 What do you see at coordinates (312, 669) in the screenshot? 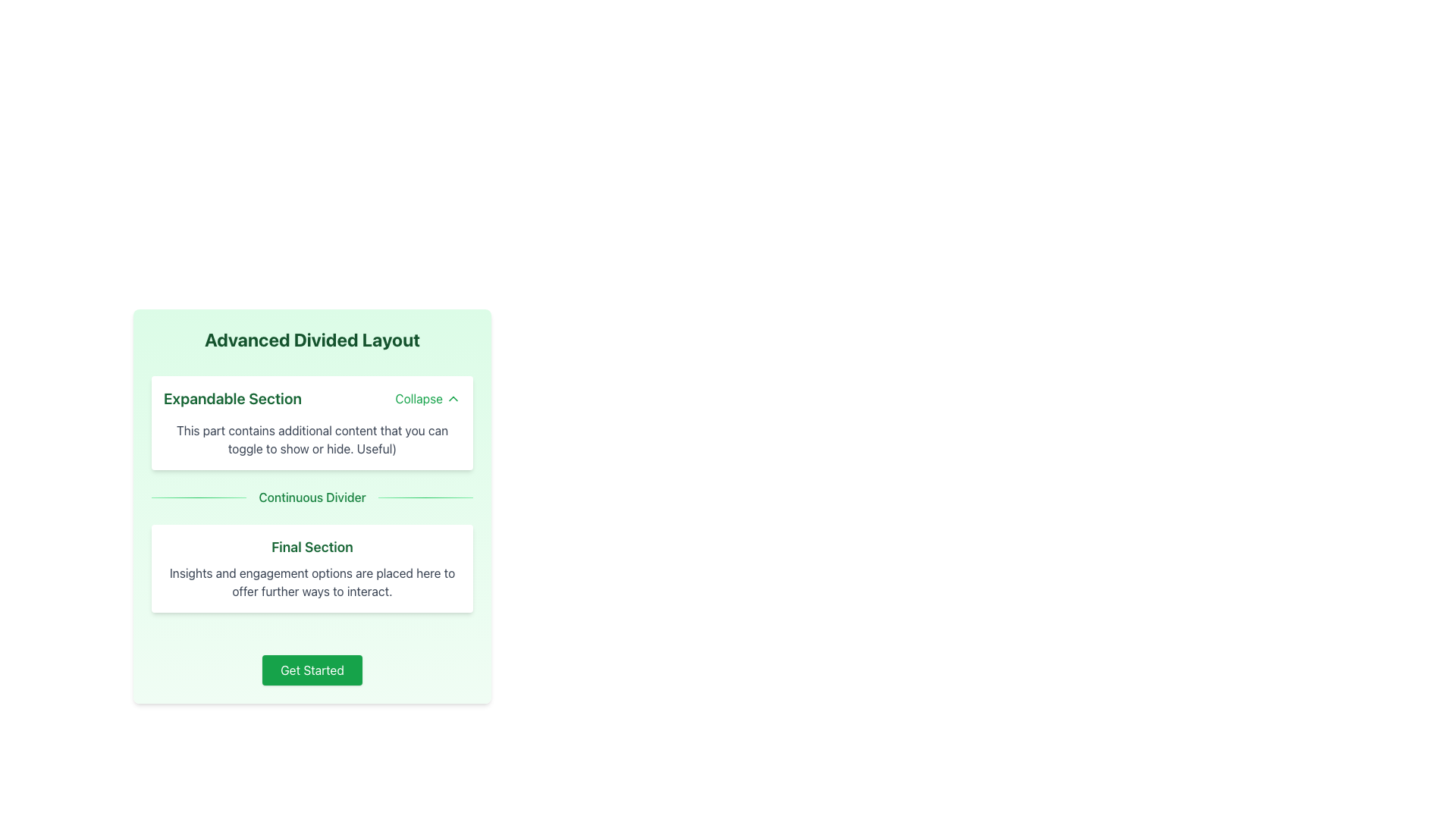
I see `the button located at the bottom center of the interface, below the card labeled 'Final Section', to observe the hover effect` at bounding box center [312, 669].